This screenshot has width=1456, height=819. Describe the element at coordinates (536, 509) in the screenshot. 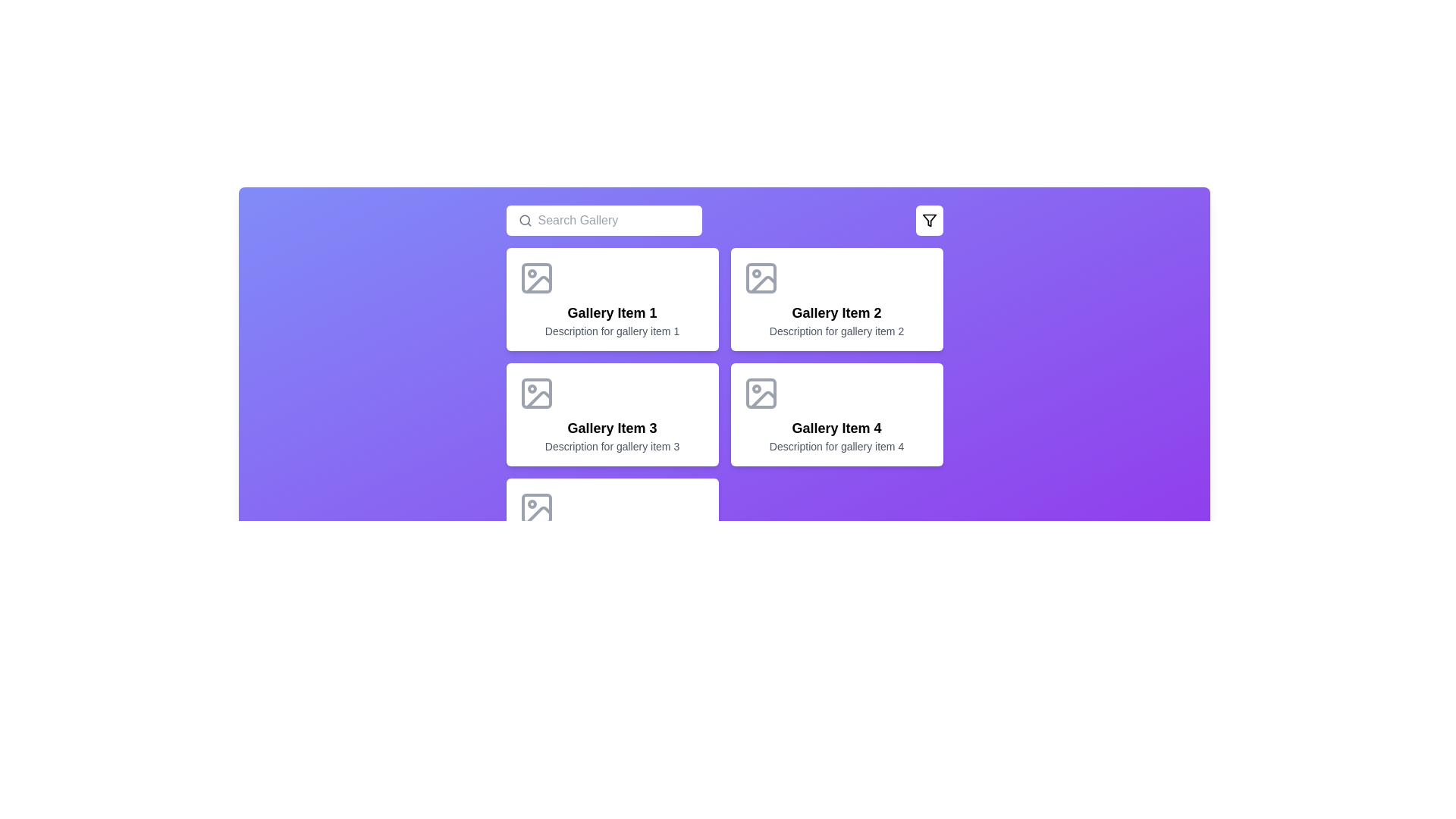

I see `the image placeholder icon located at the top of 'Gallery Item 5' in the gallery` at that location.